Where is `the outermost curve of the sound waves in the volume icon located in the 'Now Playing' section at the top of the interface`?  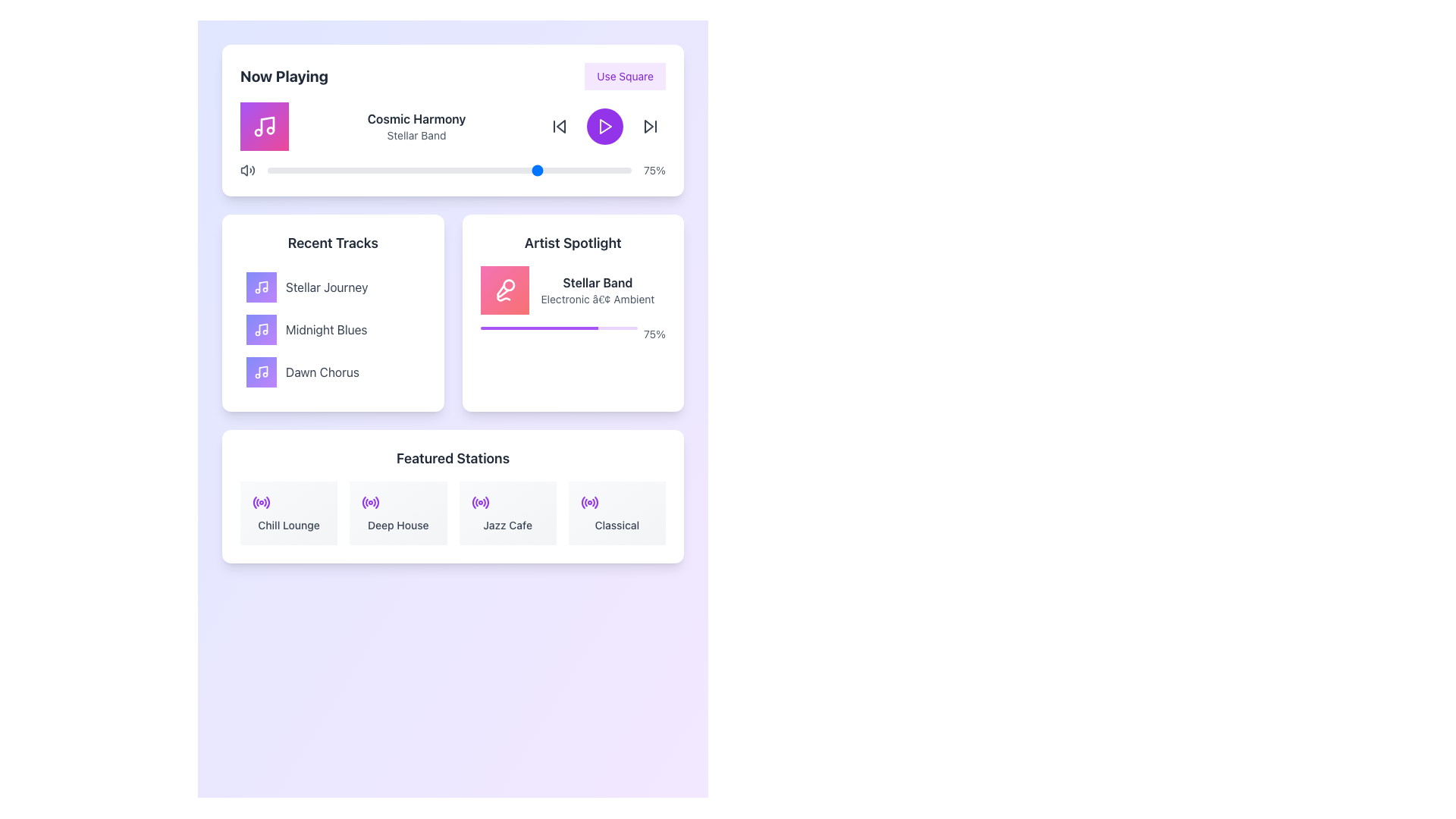 the outermost curve of the sound waves in the volume icon located in the 'Now Playing' section at the top of the interface is located at coordinates (253, 170).